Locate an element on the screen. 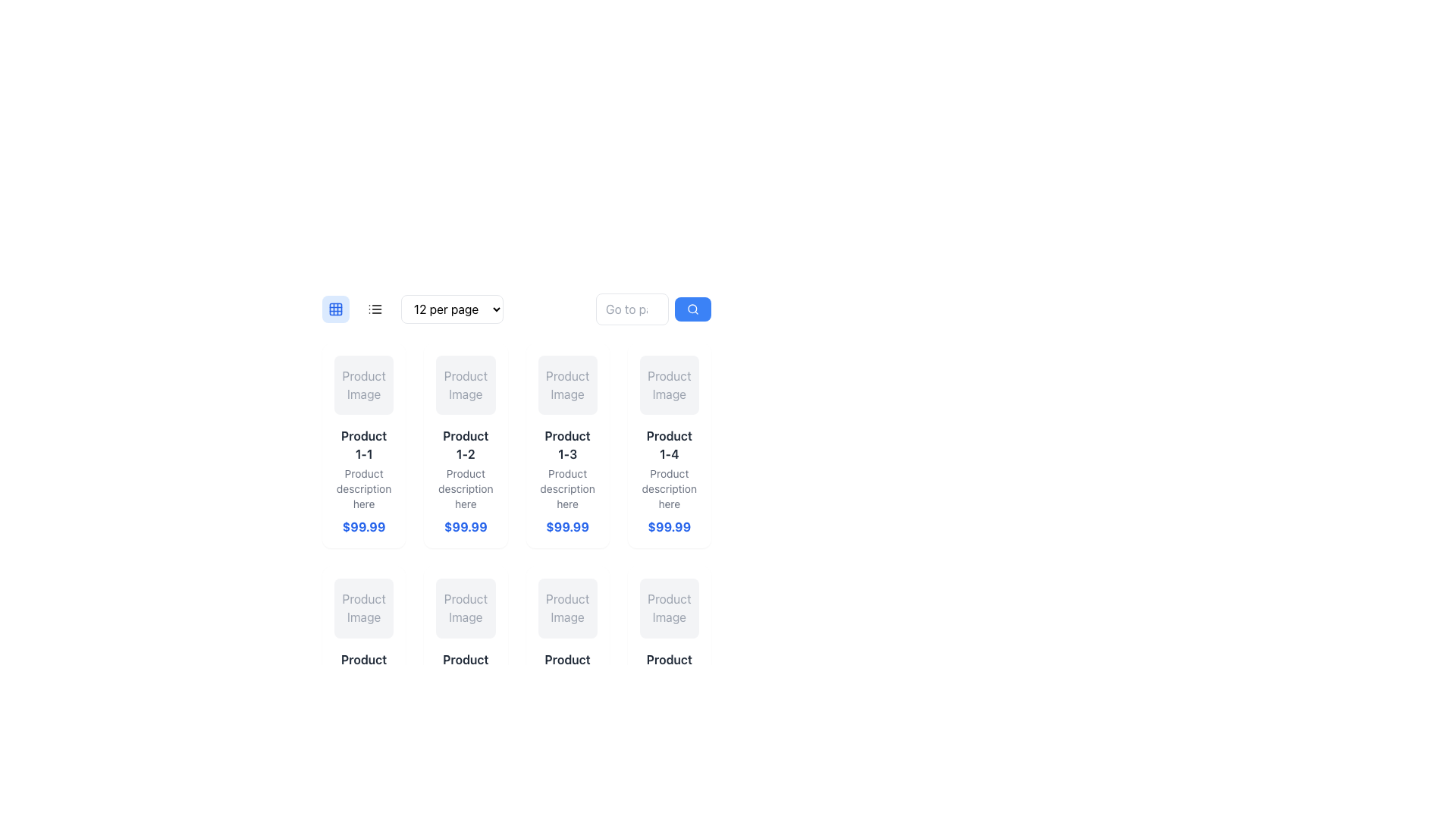 The width and height of the screenshot is (1456, 819). static text label displaying 'Product 1-2', which is bold and dark gray, located in the second column of the product card layout, positioned directly below the placeholder image is located at coordinates (465, 444).